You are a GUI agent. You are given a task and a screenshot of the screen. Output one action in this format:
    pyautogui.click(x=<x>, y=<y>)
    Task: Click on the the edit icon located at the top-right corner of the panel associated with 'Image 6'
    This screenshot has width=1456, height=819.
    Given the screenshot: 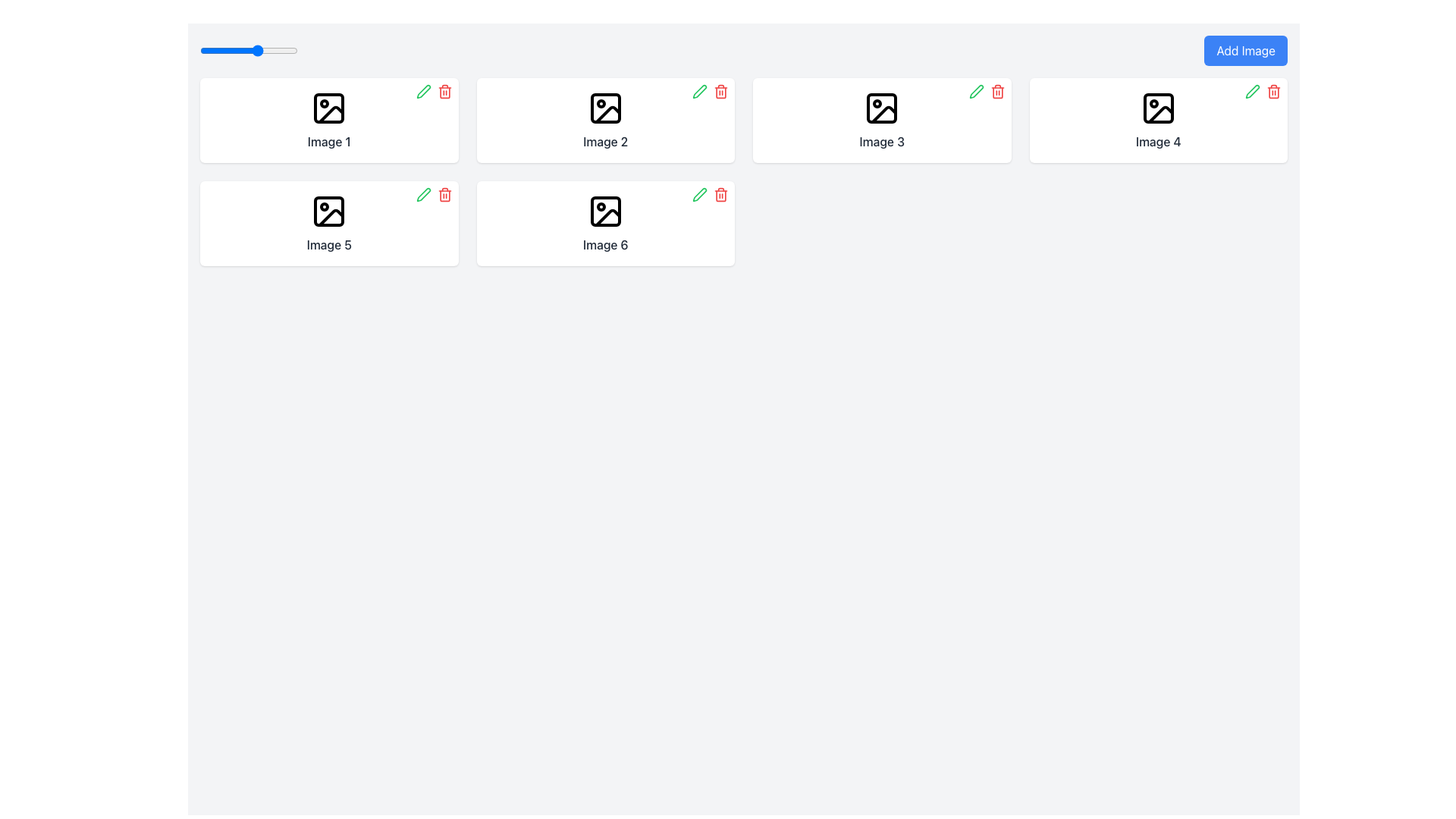 What is the action you would take?
    pyautogui.click(x=698, y=194)
    